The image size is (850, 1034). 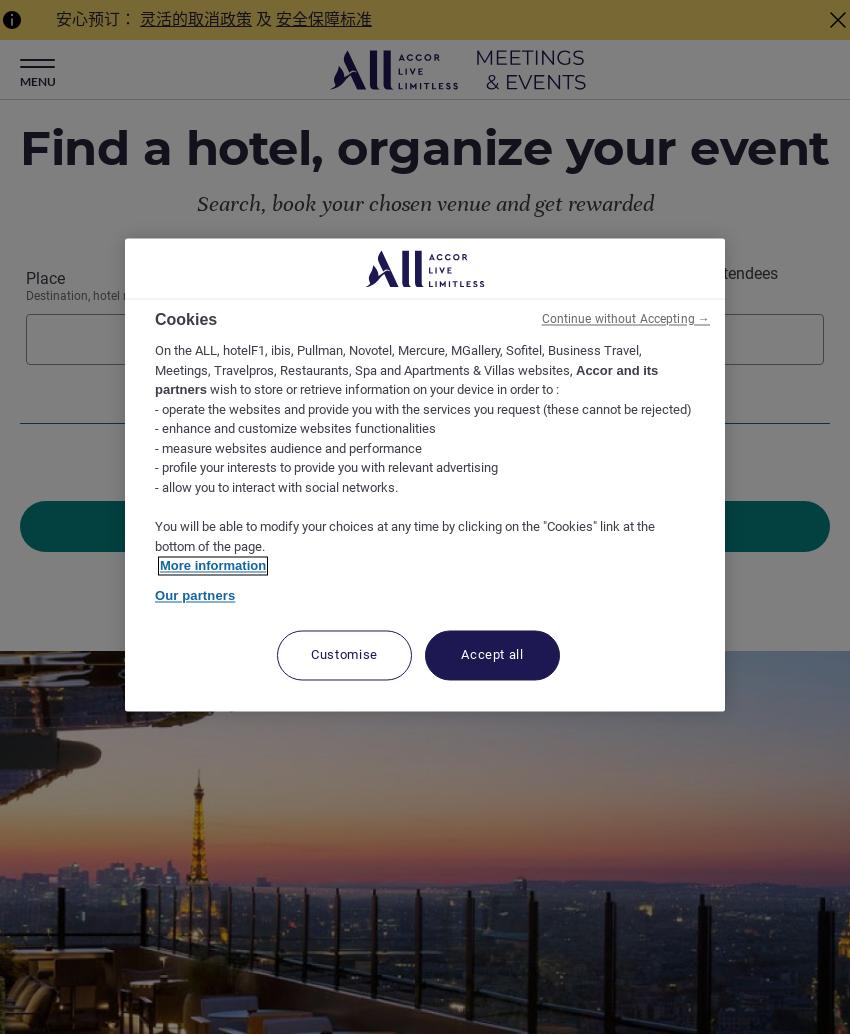 What do you see at coordinates (45, 277) in the screenshot?
I see `'Place'` at bounding box center [45, 277].